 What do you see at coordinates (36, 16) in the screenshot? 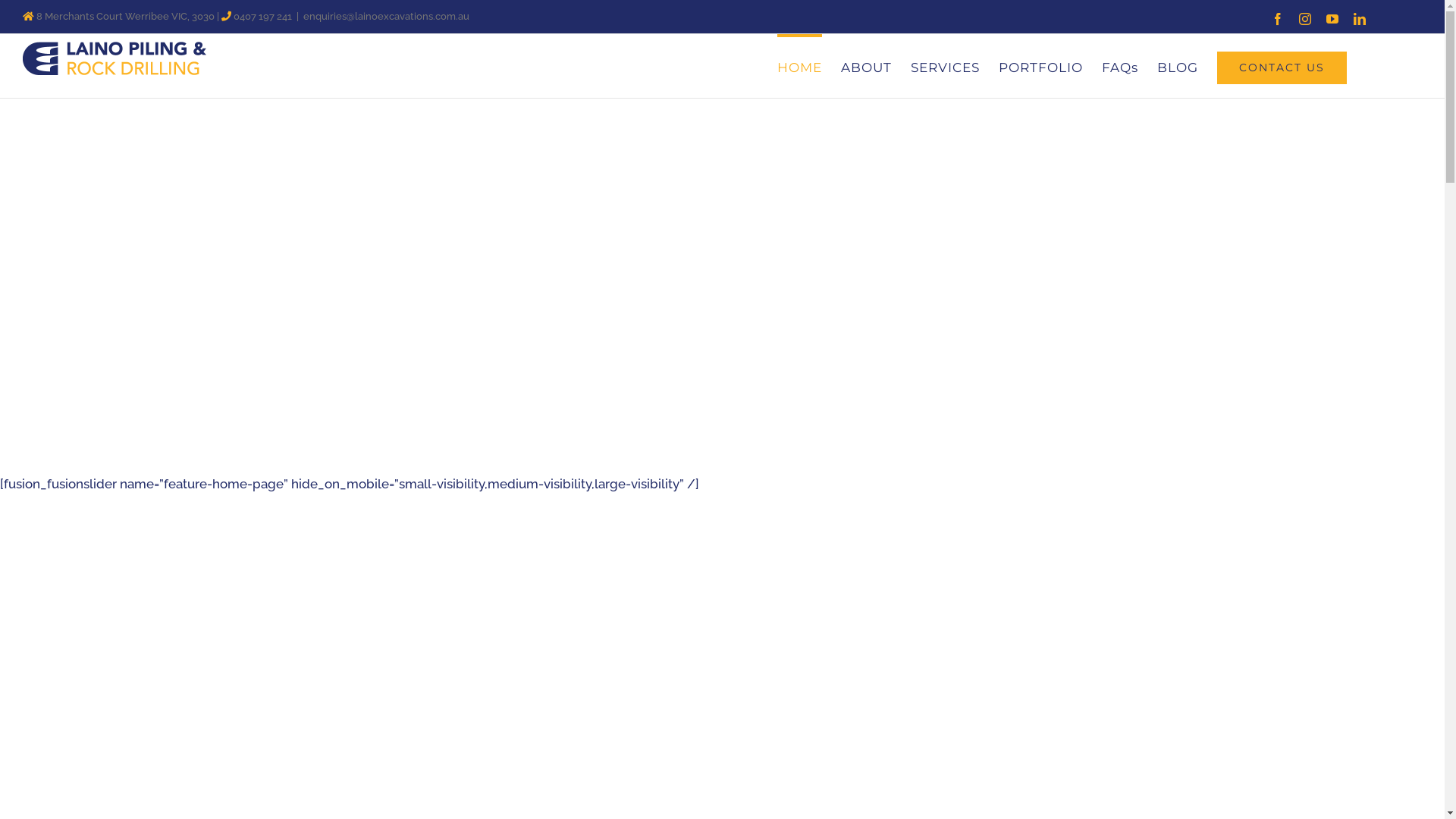
I see `'8 Merchants Court Werribee VIC, 3030'` at bounding box center [36, 16].